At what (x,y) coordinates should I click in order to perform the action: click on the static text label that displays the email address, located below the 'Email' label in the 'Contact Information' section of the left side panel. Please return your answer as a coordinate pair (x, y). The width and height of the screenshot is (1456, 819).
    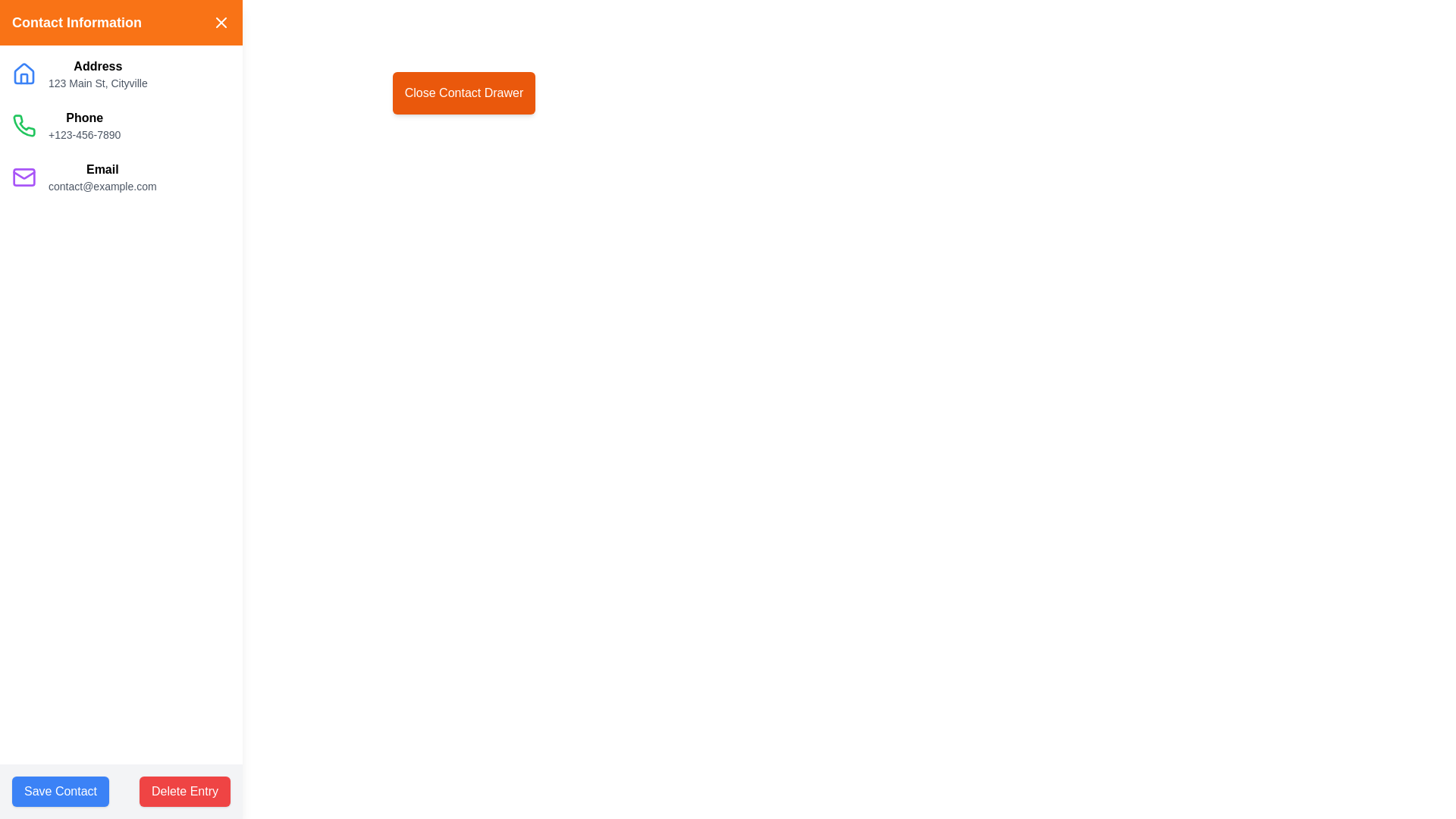
    Looking at the image, I should click on (102, 186).